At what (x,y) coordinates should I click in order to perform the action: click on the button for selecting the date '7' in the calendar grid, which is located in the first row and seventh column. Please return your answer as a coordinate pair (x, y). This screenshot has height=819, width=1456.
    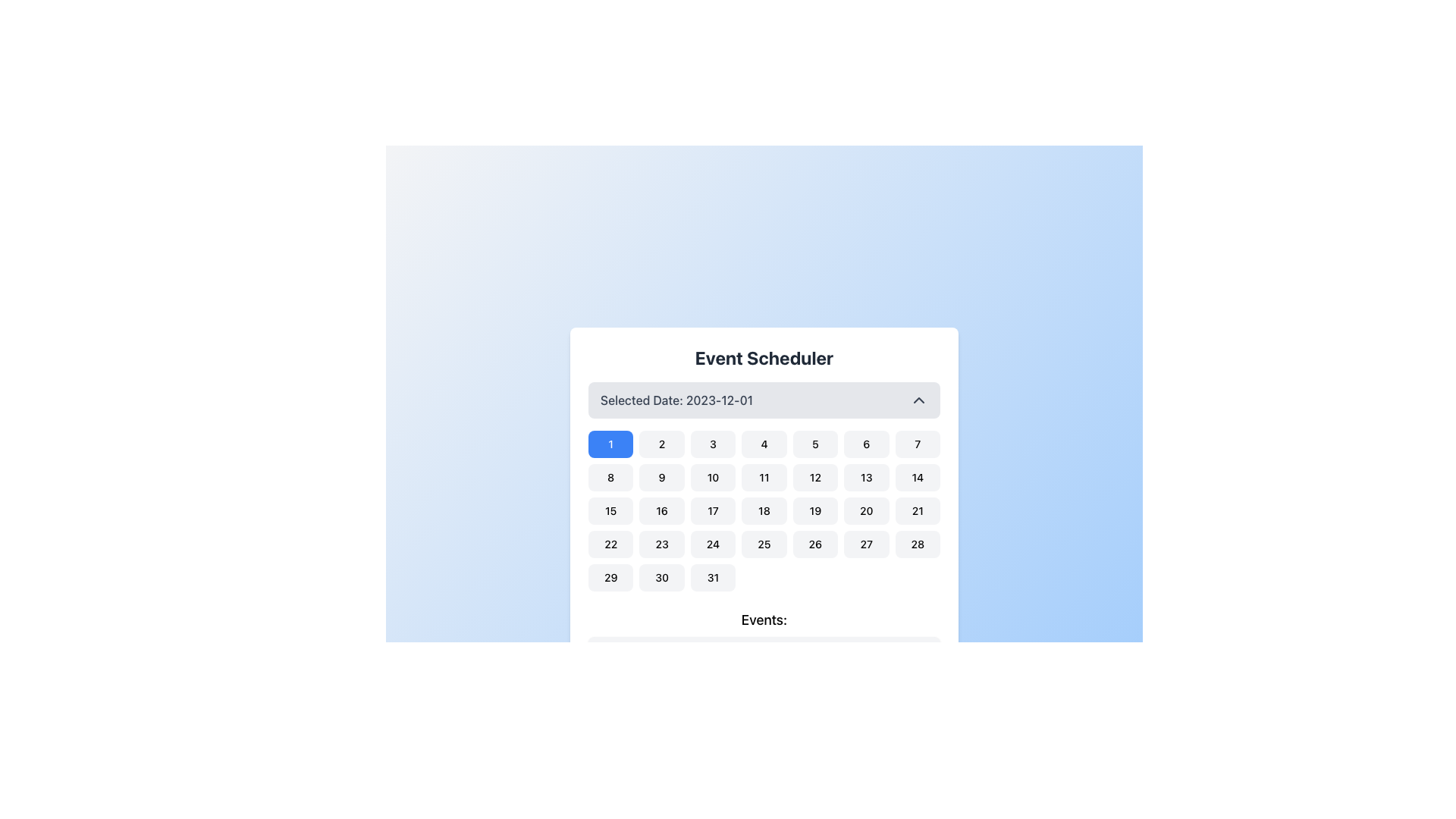
    Looking at the image, I should click on (917, 444).